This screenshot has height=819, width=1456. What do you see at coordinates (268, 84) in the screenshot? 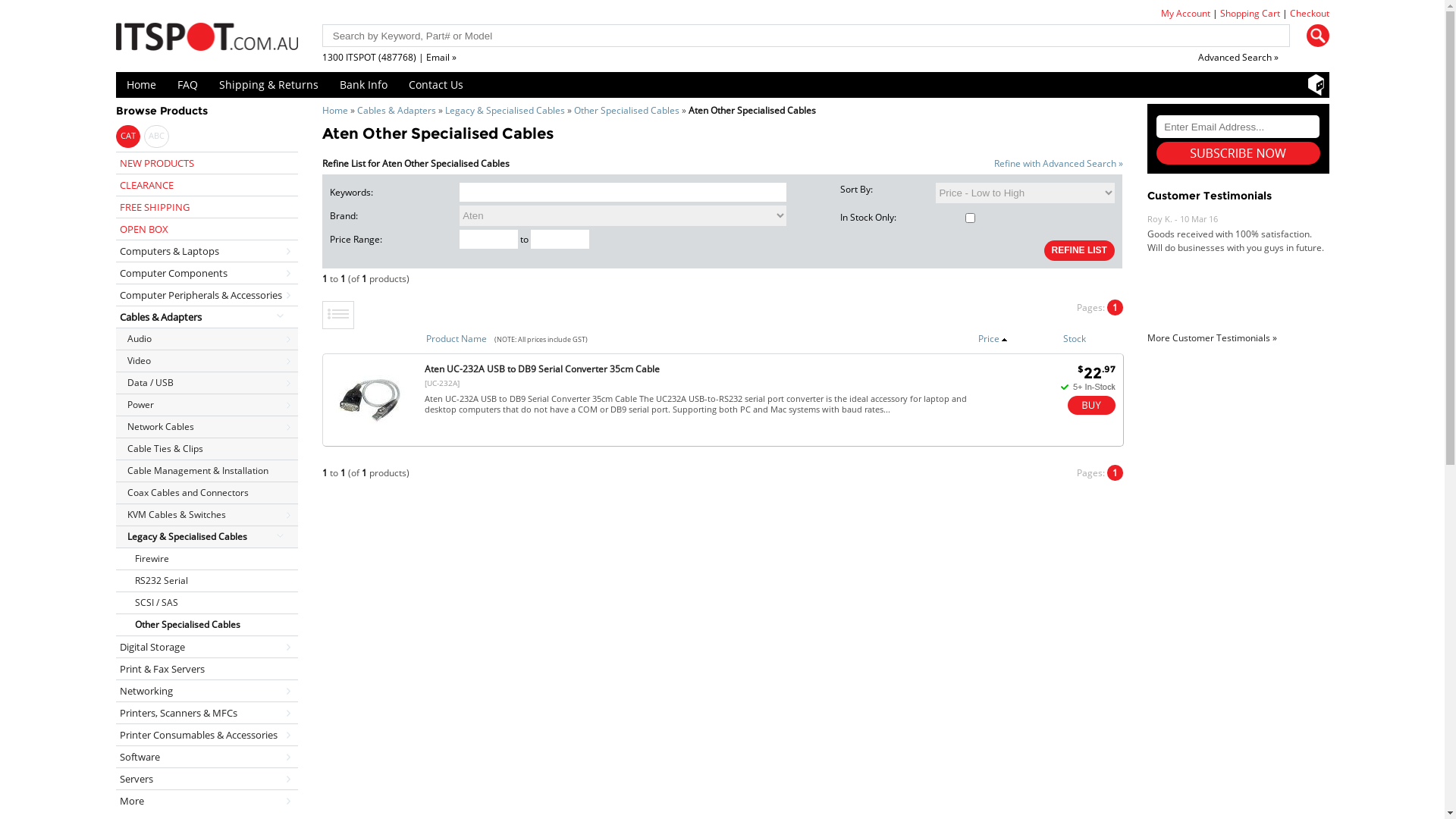
I see `'Shipping & Returns'` at bounding box center [268, 84].